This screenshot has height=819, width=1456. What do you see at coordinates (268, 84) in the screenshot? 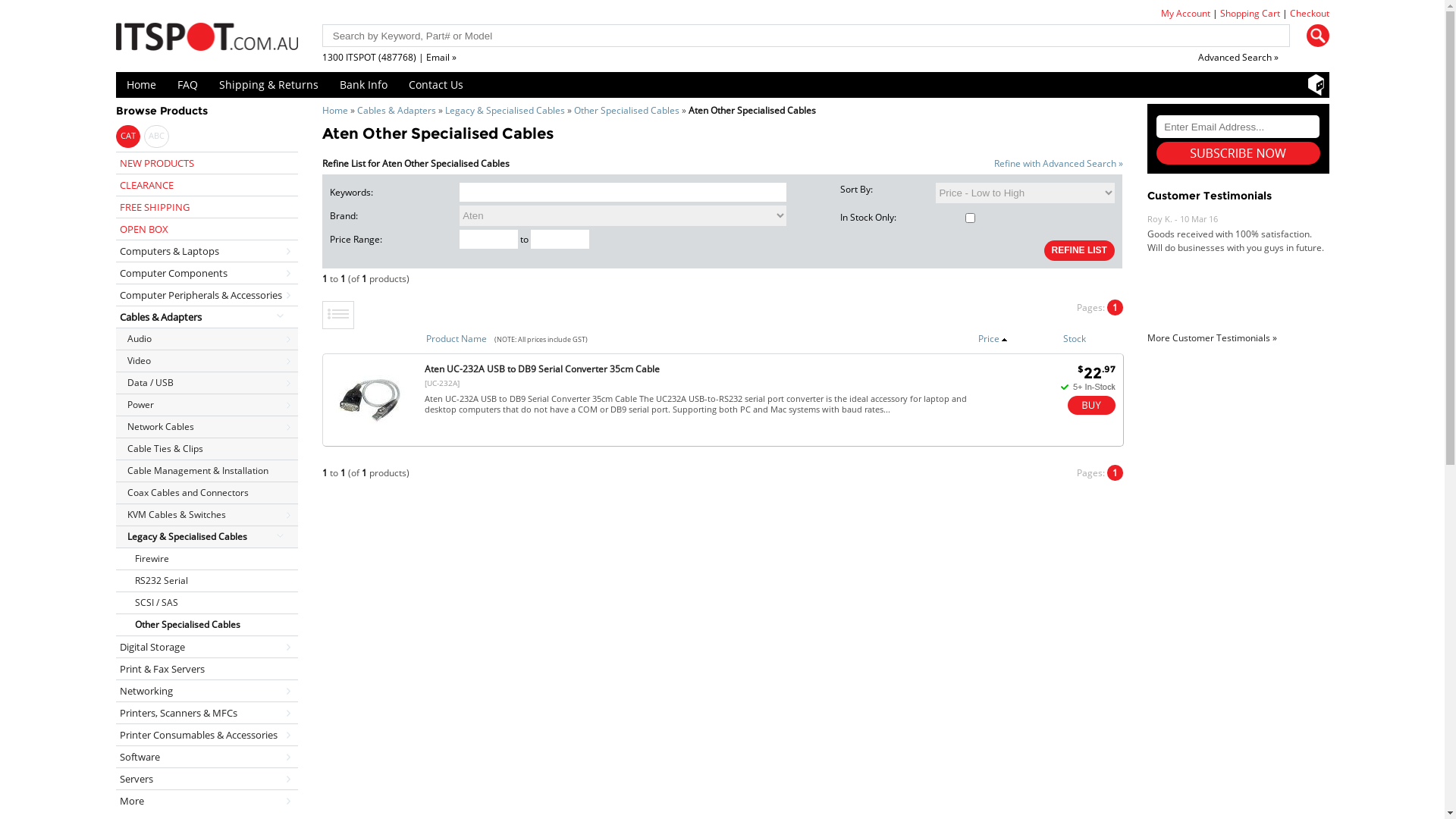
I see `'Shipping & Returns'` at bounding box center [268, 84].